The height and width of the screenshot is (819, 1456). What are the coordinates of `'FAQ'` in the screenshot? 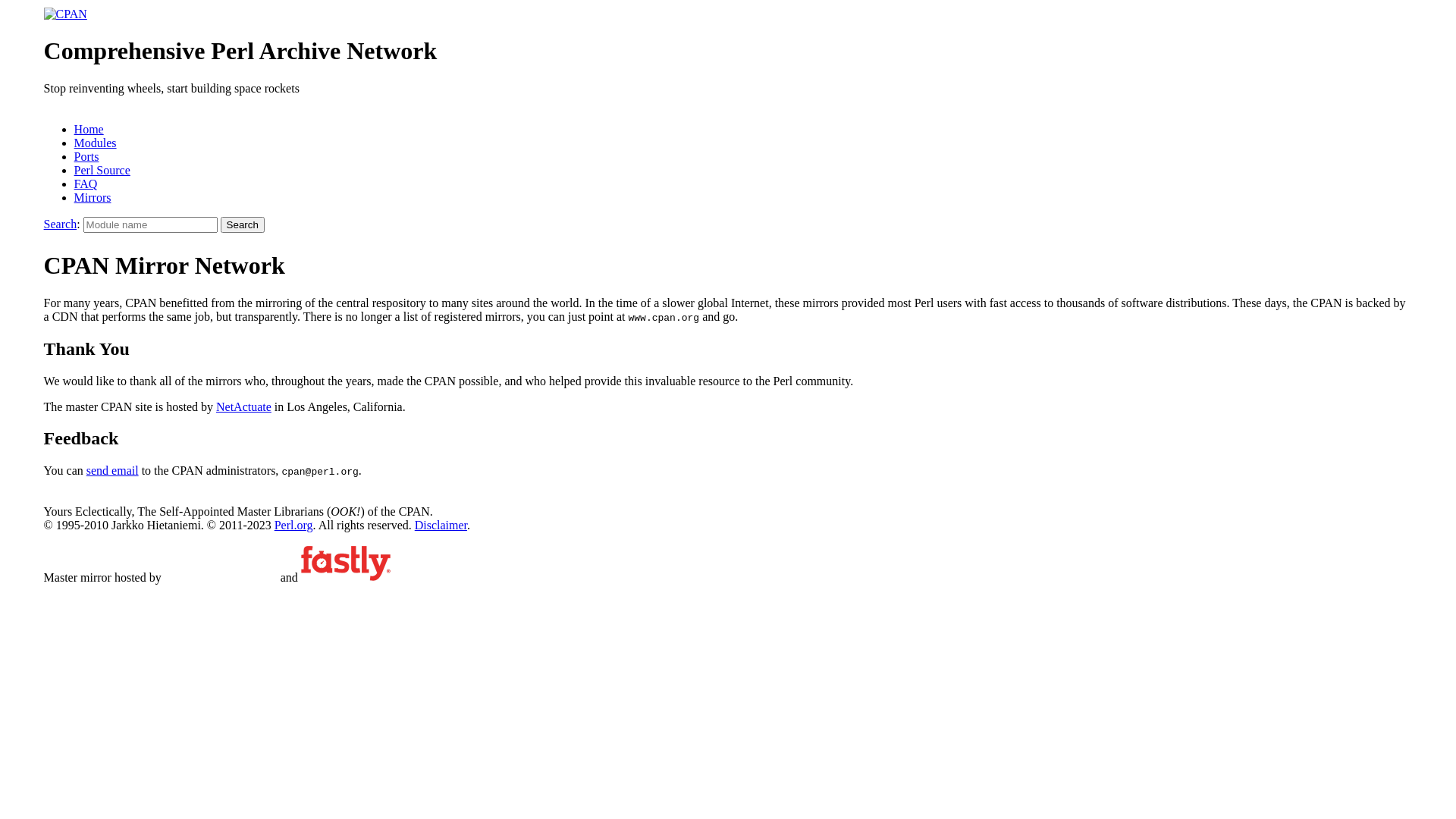 It's located at (85, 183).